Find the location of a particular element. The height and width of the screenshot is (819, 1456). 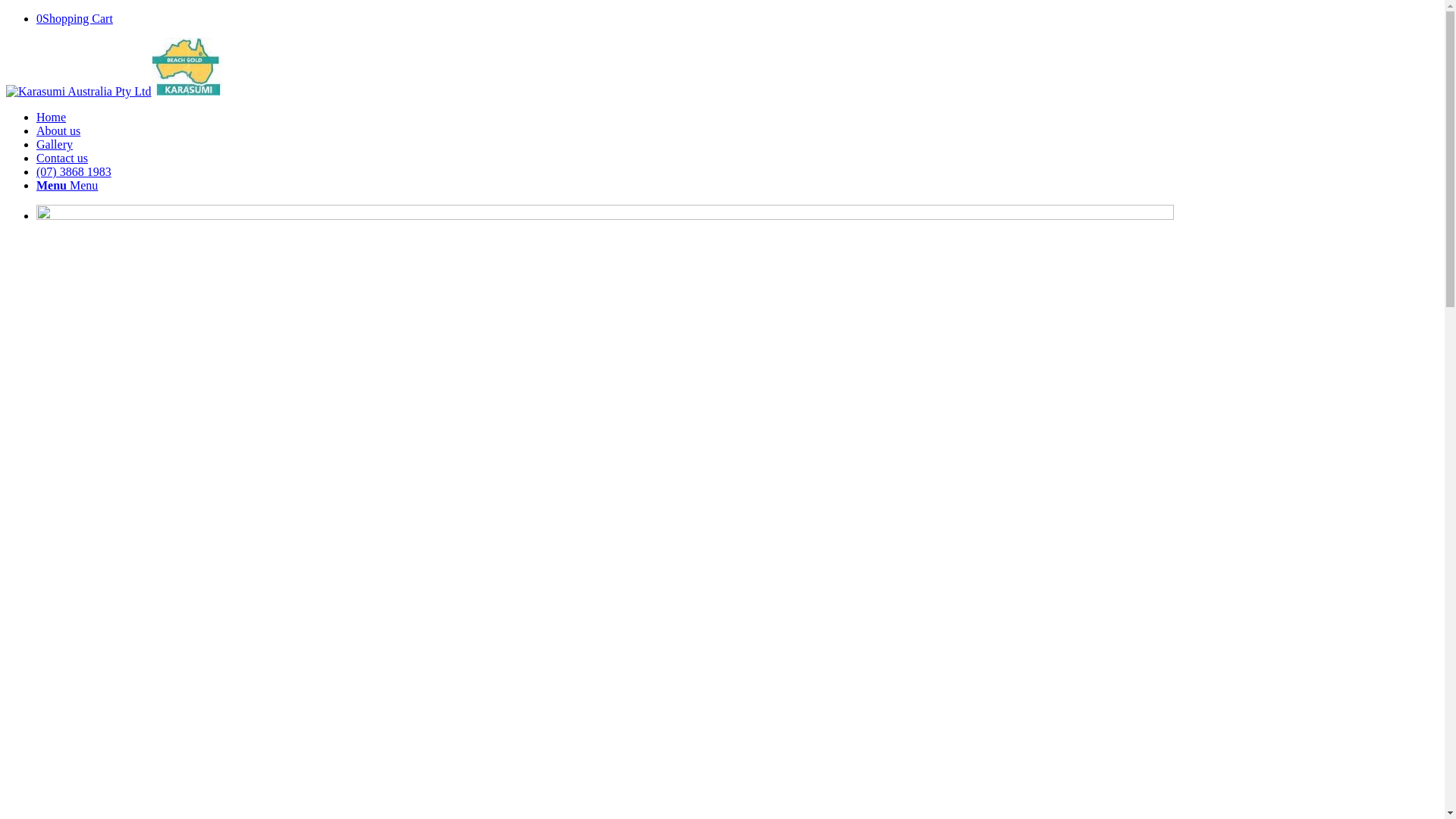

'(07) 3868 1983' is located at coordinates (36, 171).